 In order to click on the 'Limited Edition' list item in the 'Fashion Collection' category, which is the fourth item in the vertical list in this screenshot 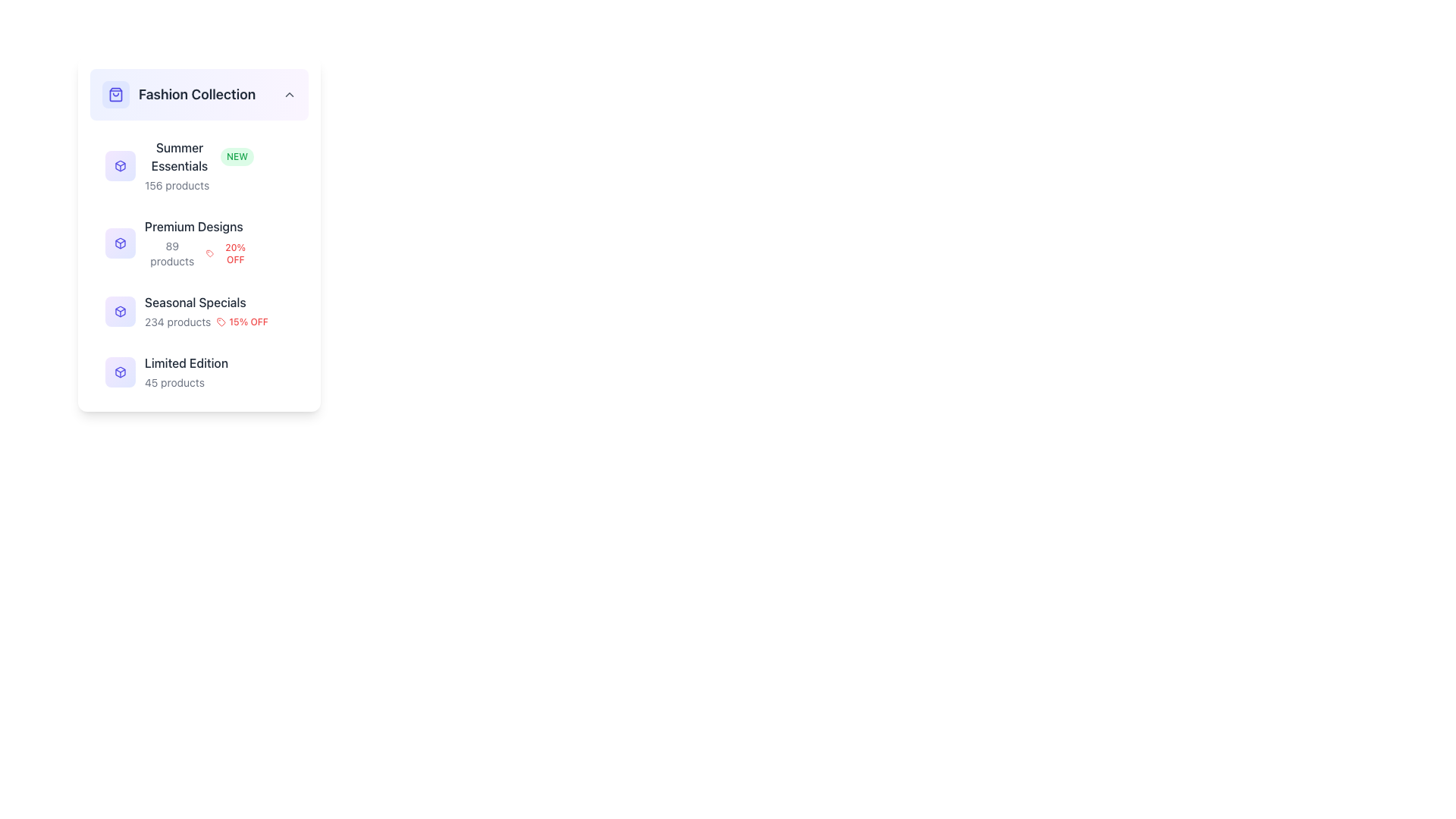, I will do `click(179, 372)`.